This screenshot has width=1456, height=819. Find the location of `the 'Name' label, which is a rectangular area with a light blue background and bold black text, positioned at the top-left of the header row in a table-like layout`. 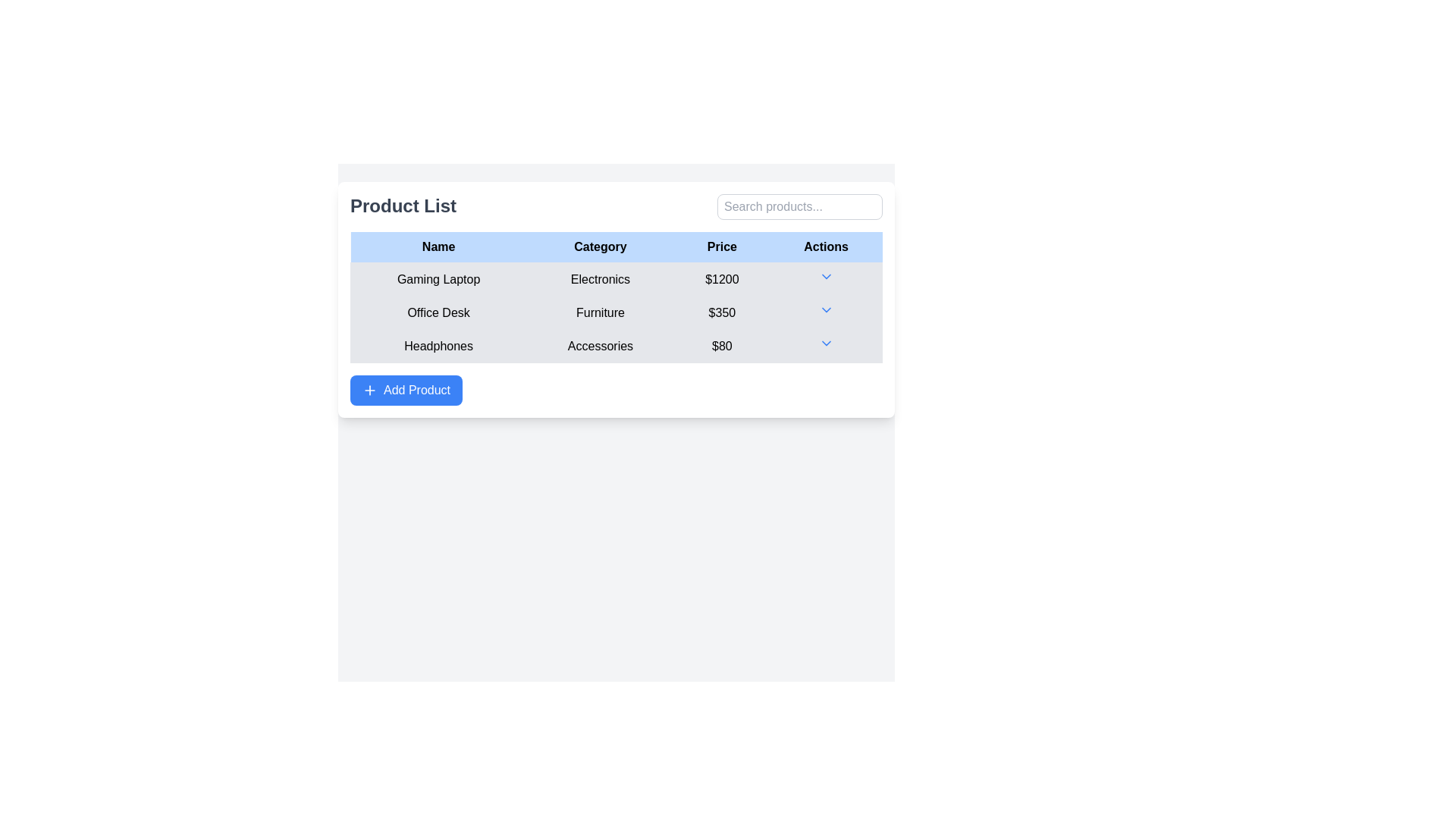

the 'Name' label, which is a rectangular area with a light blue background and bold black text, positioned at the top-left of the header row in a table-like layout is located at coordinates (438, 246).